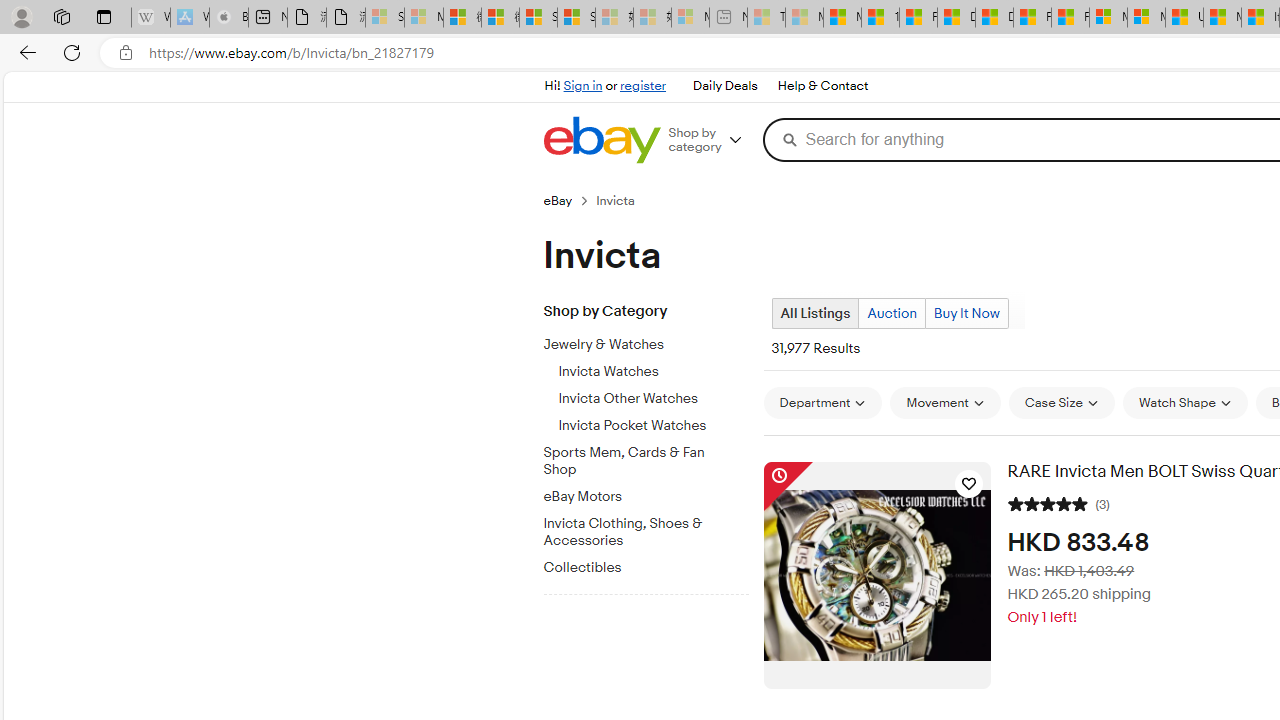 The height and width of the screenshot is (720, 1280). Describe the element at coordinates (653, 493) in the screenshot. I see `'eBay Motors'` at that location.